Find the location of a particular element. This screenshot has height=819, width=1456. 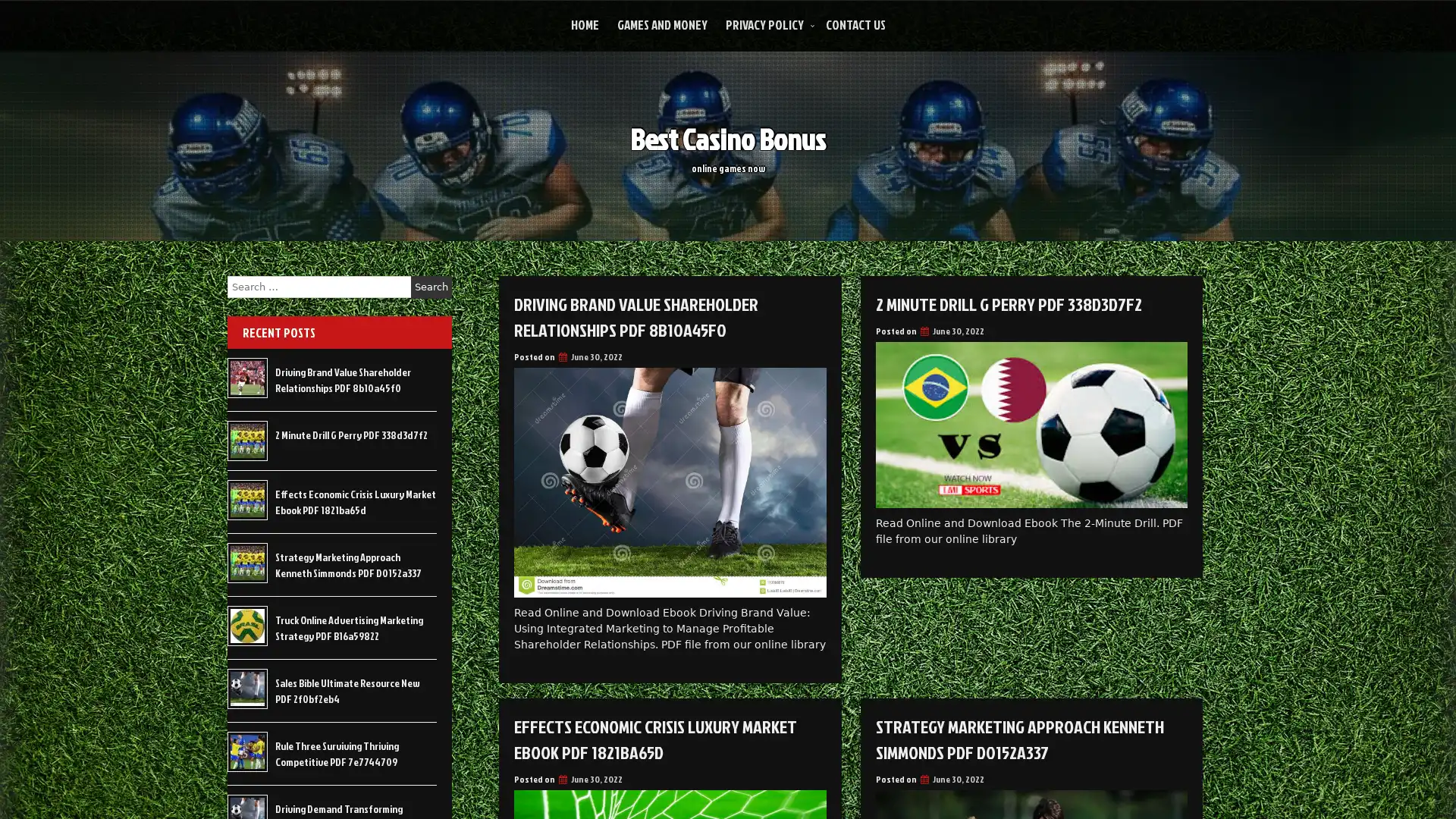

Search is located at coordinates (431, 287).